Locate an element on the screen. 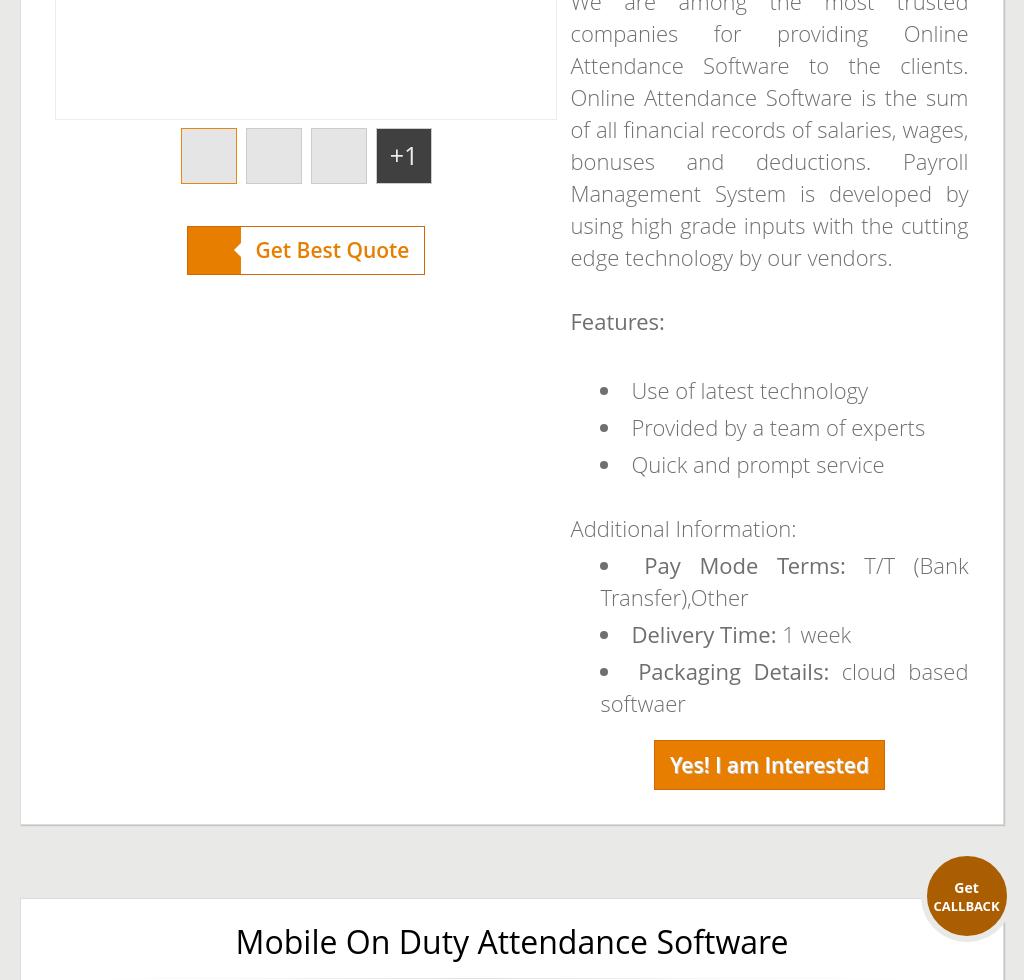  'Pay Mode Terms:' is located at coordinates (752, 564).